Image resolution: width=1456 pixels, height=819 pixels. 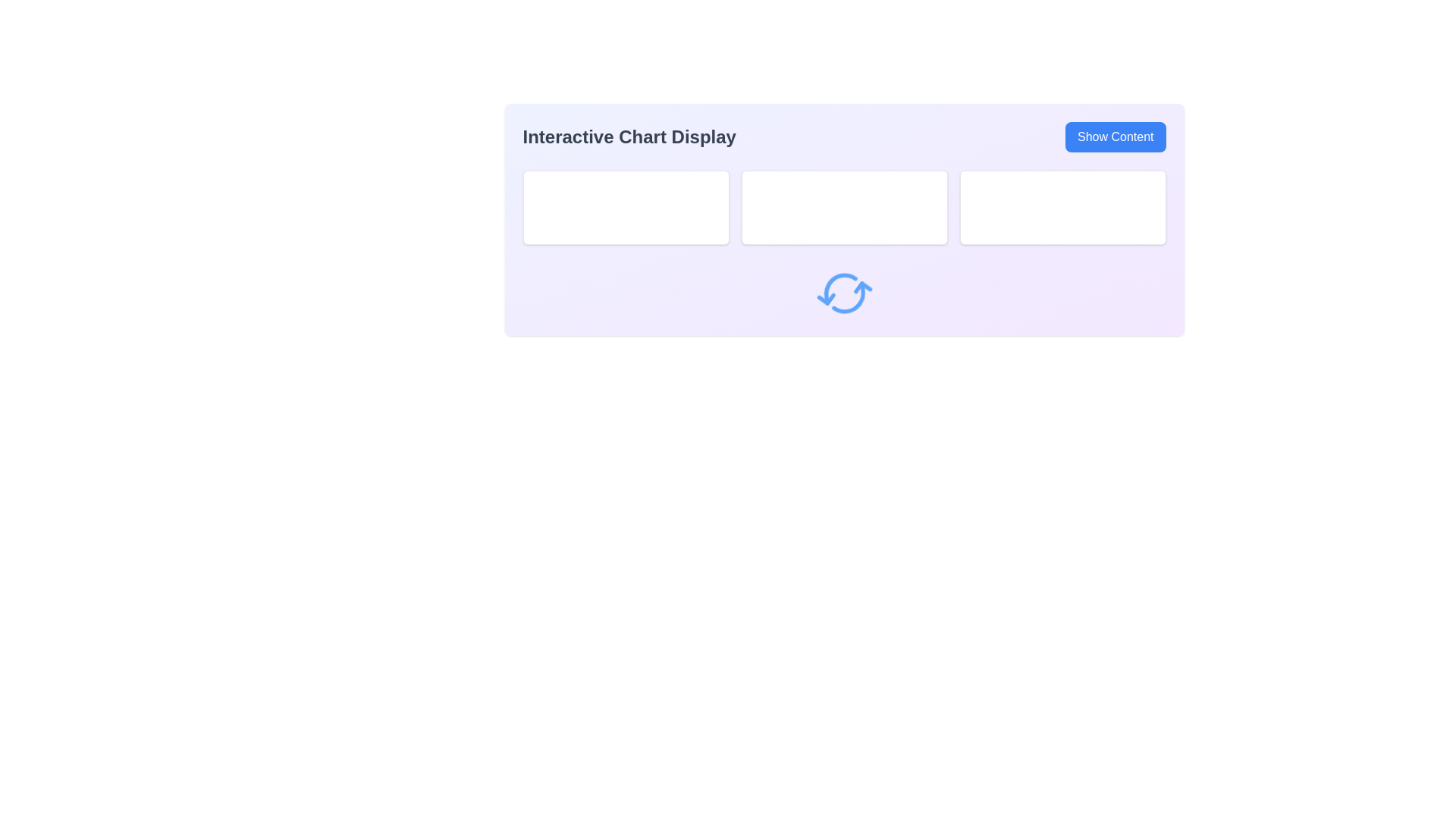 What do you see at coordinates (1116, 137) in the screenshot?
I see `the 'Show Content' button with a blue background and white text` at bounding box center [1116, 137].